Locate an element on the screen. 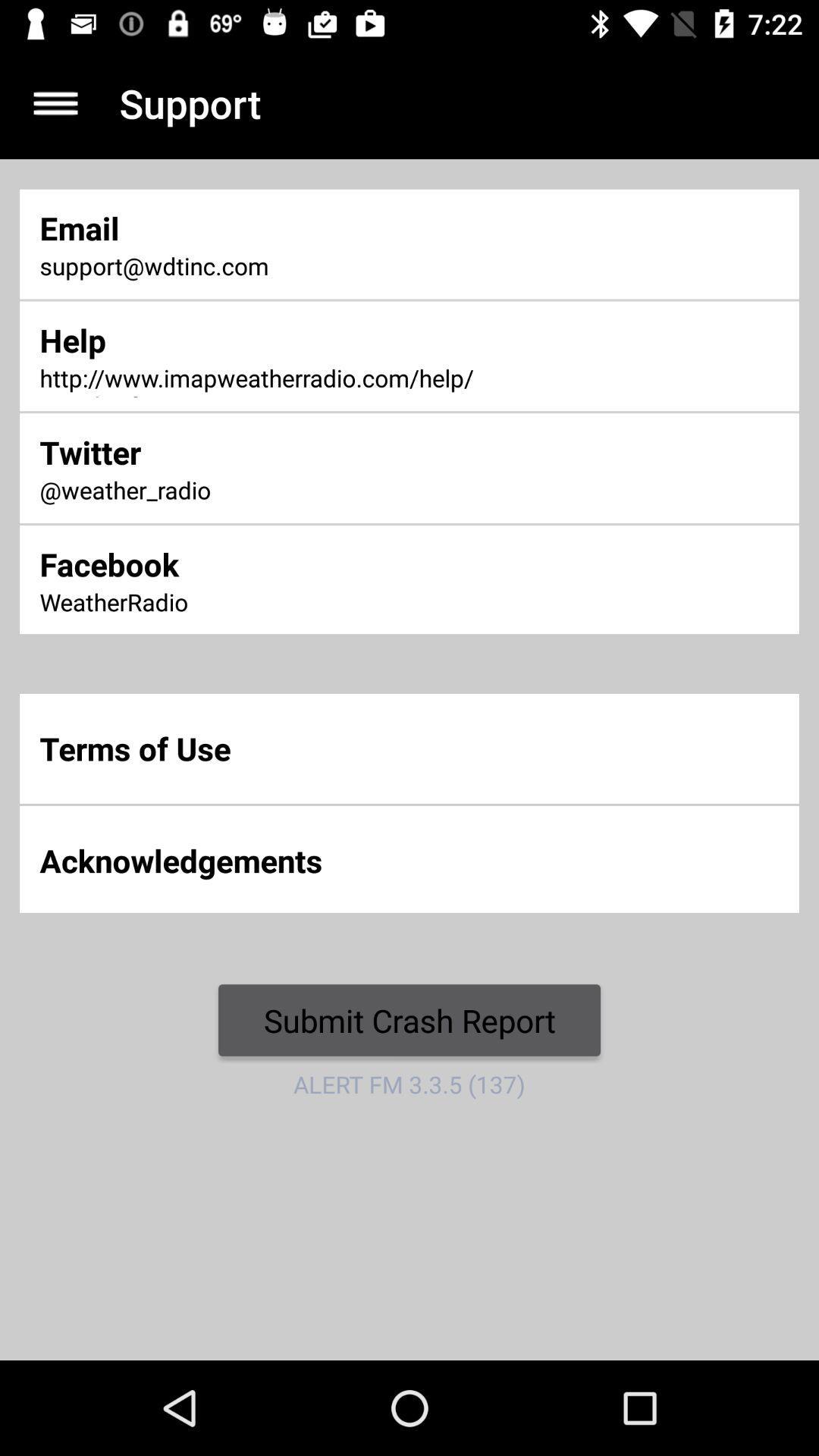 This screenshot has width=819, height=1456. the item above twitter item is located at coordinates (270, 379).